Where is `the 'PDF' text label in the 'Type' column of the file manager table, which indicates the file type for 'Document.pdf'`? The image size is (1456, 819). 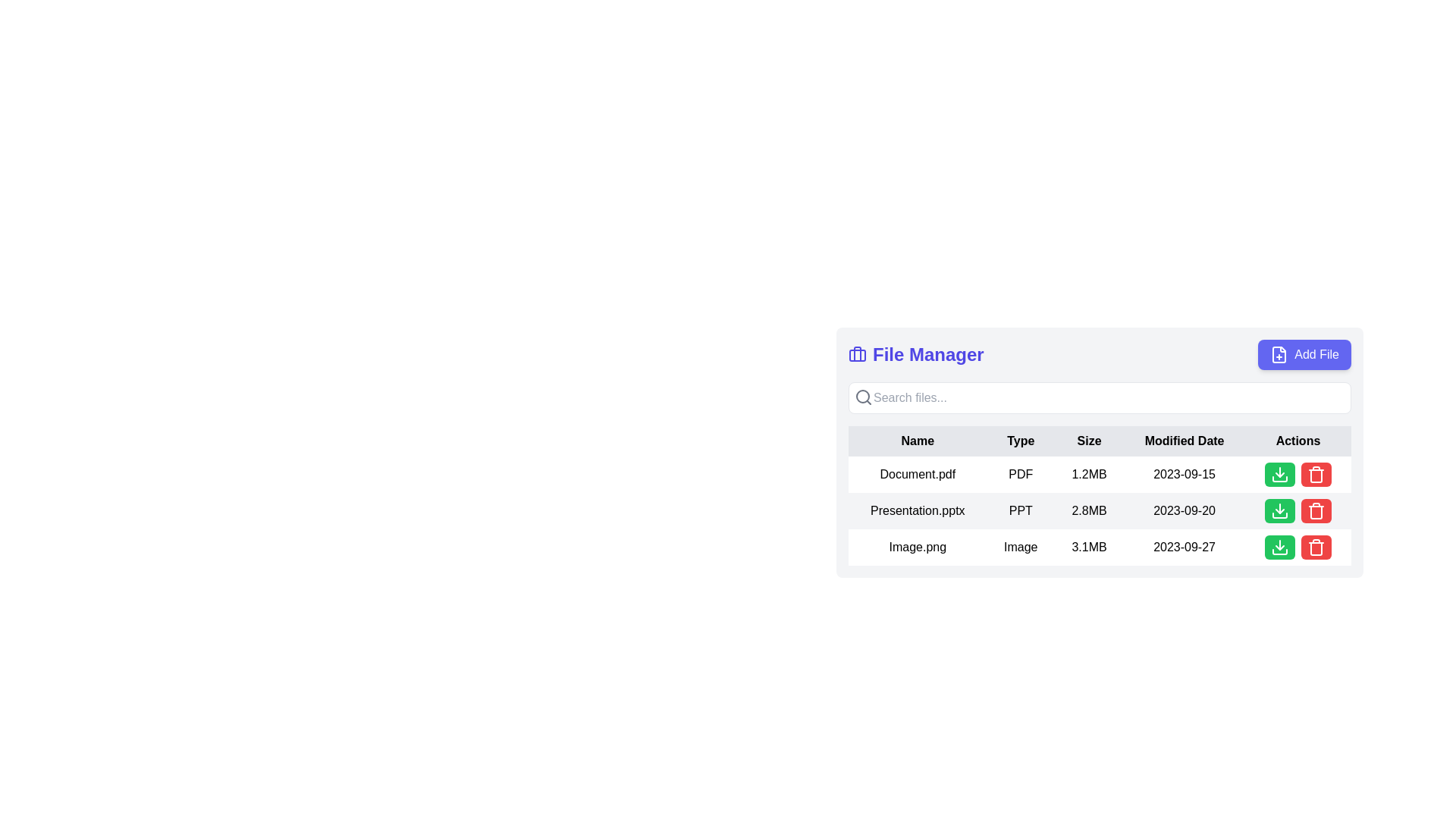
the 'PDF' text label in the 'Type' column of the file manager table, which indicates the file type for 'Document.pdf' is located at coordinates (1021, 473).